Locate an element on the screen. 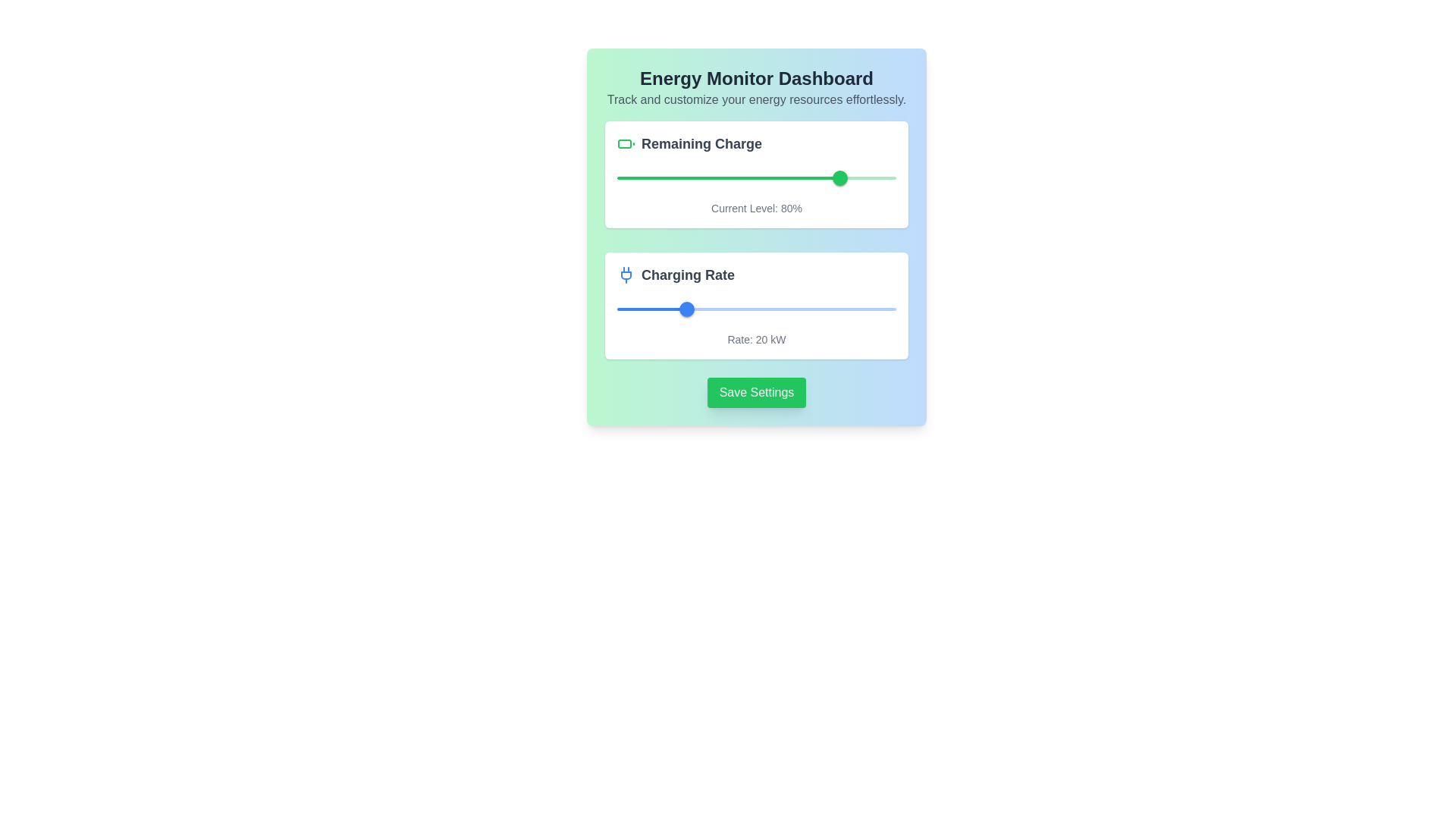  the green 'Save Settings' button located at the bottom-center of the 'Energy Monitor Dashboard' card is located at coordinates (757, 391).